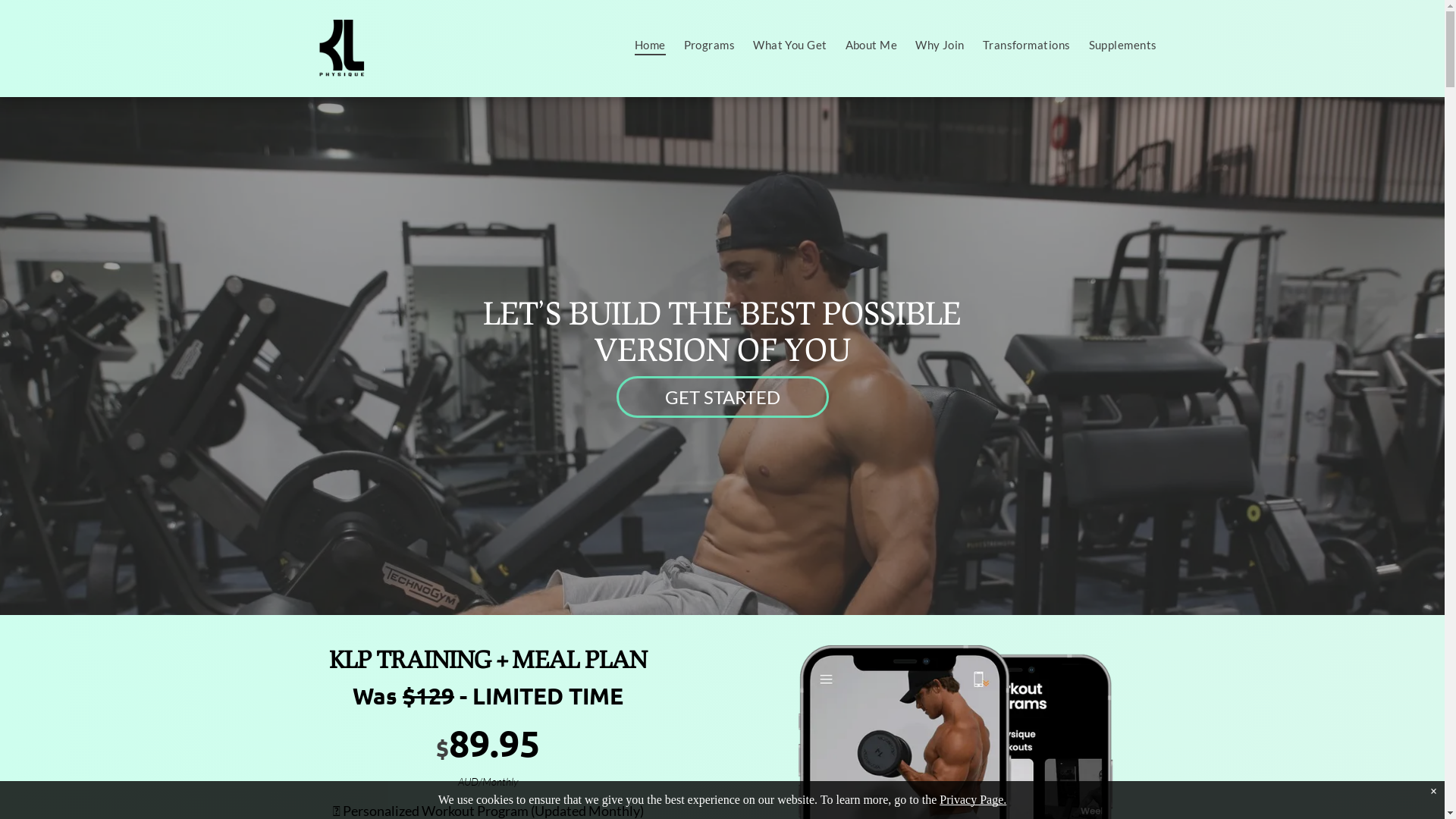  I want to click on 'About Me', so click(871, 43).